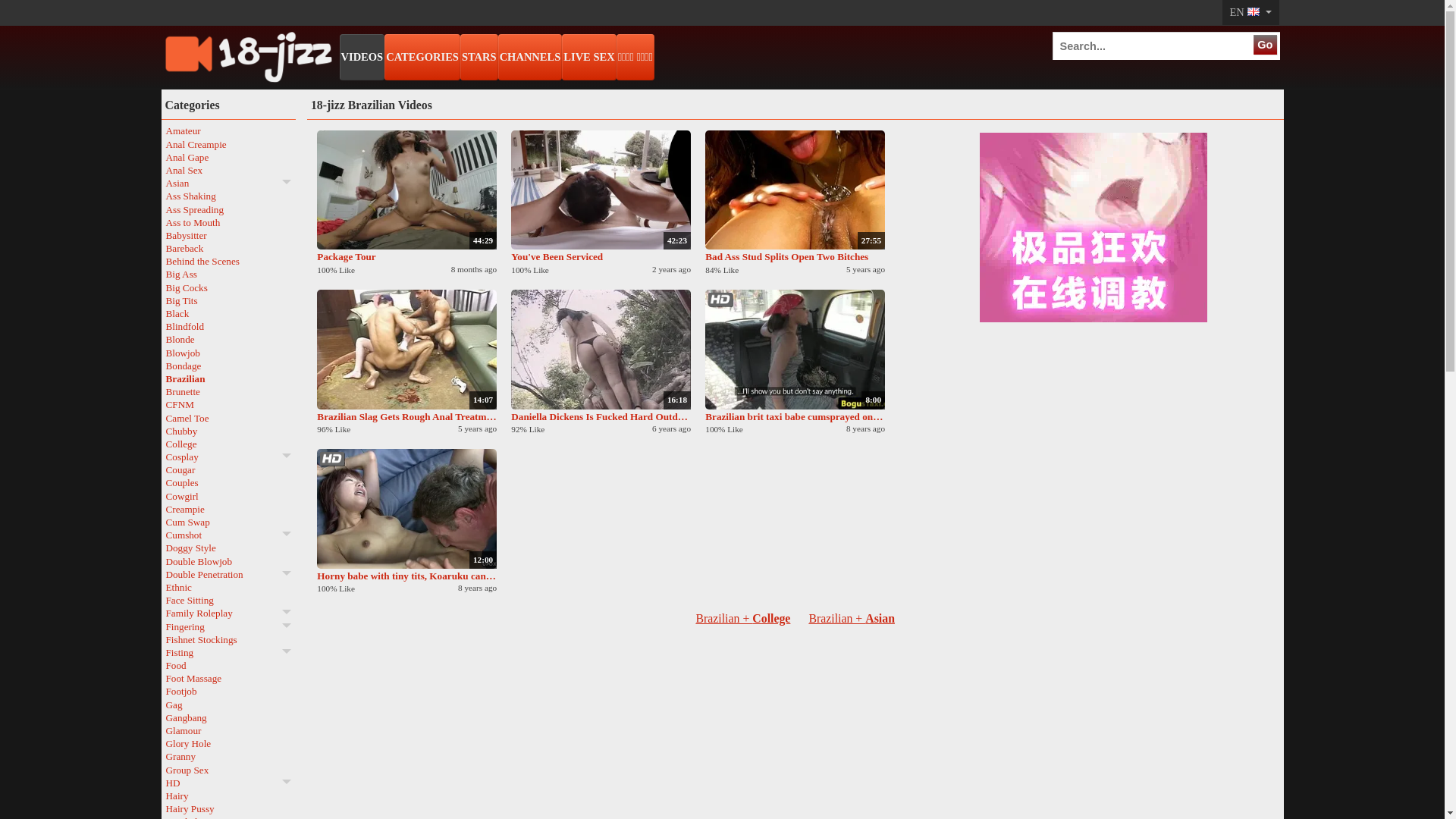 This screenshot has height=819, width=1456. What do you see at coordinates (227, 274) in the screenshot?
I see `'Big Ass'` at bounding box center [227, 274].